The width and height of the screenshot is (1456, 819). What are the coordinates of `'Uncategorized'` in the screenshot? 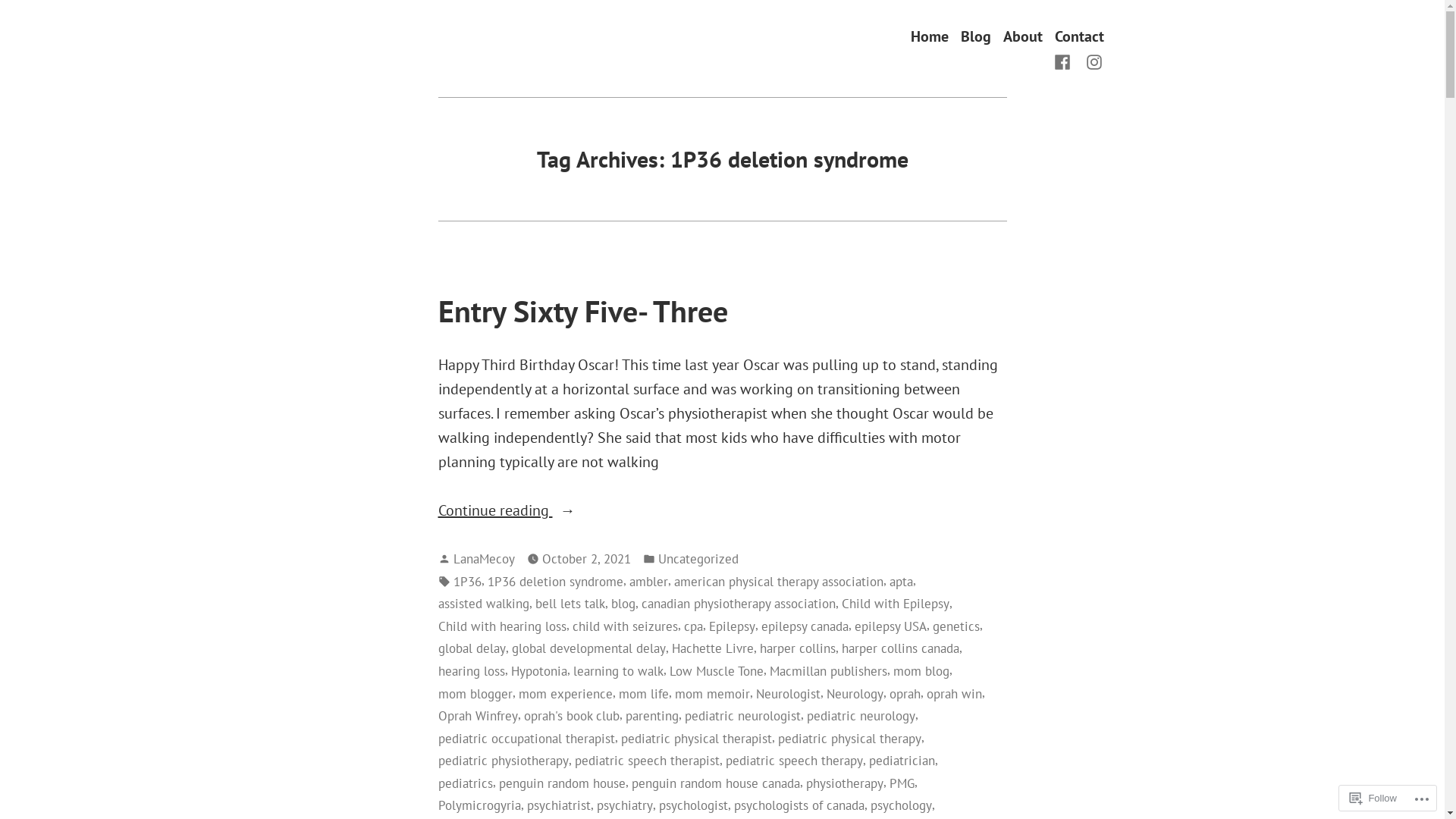 It's located at (698, 558).